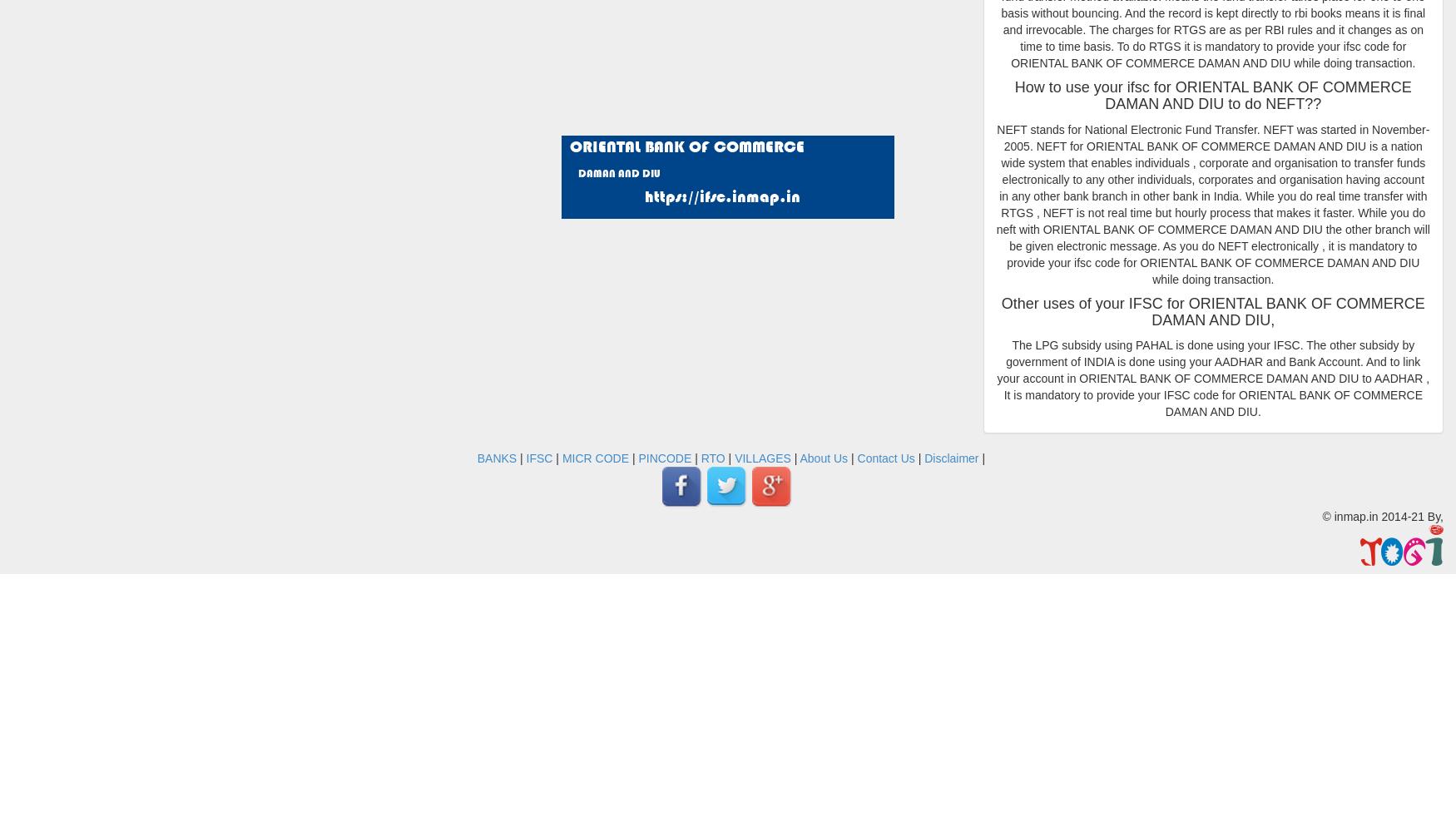 This screenshot has height=832, width=1456. I want to click on 'The LPG subsidy using PAHAL is done using your IFSC. The other subsidy by government of INDIA is done using your AADHAR and Bank Account. And to link your account in ORIENTAL BANK OF COMMERCE    DAMAN AND DIU to AADHAR , It is mandatory to provide your IFSC code for ORIENTAL BANK OF COMMERCE    DAMAN AND DIU.', so click(1212, 378).